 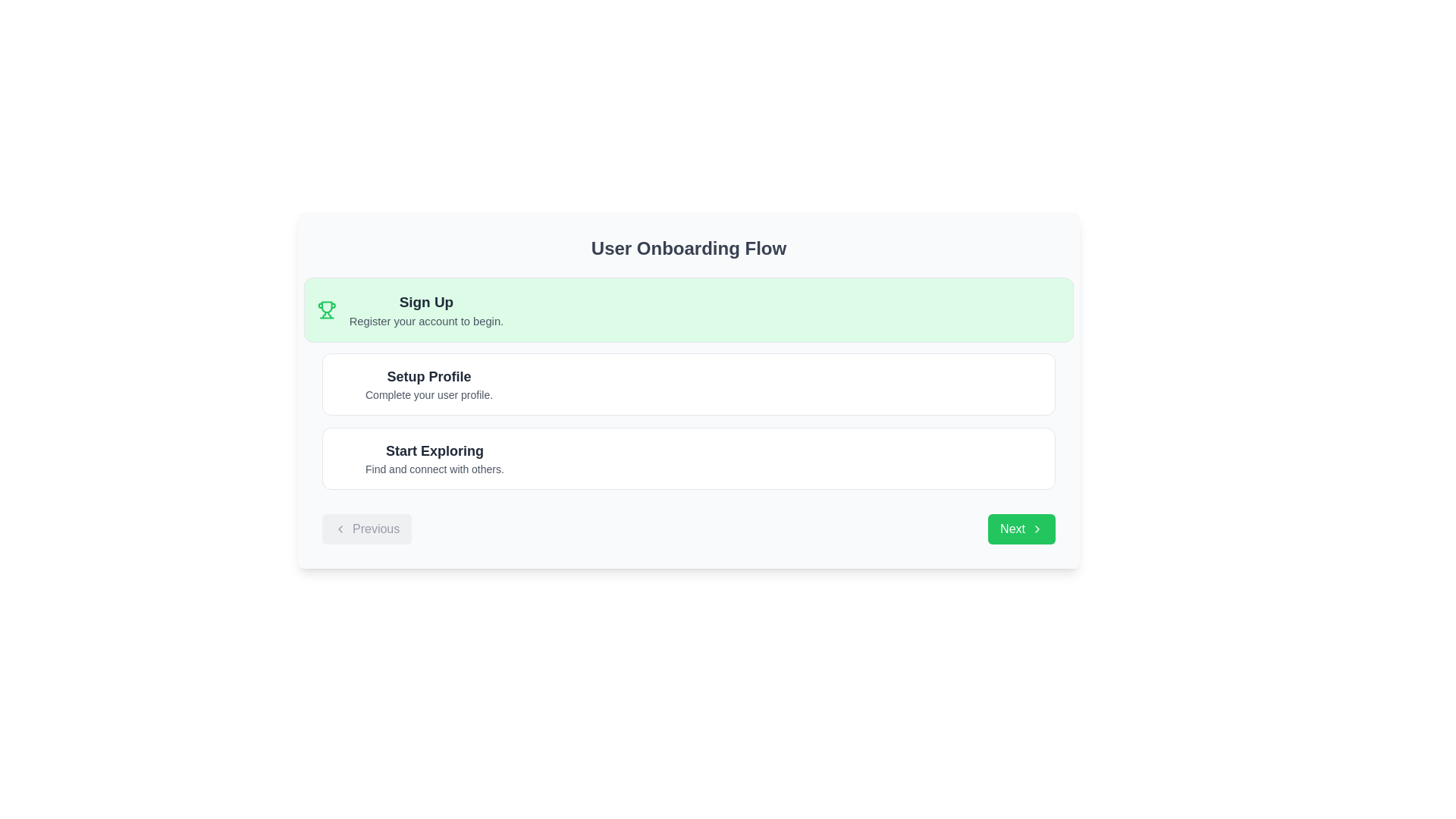 What do you see at coordinates (428, 376) in the screenshot?
I see `the bold 'Setup Profile' text that is centrally aligned and located below the 'Sign Up' section, above the subtitle 'Complete your user profile'` at bounding box center [428, 376].